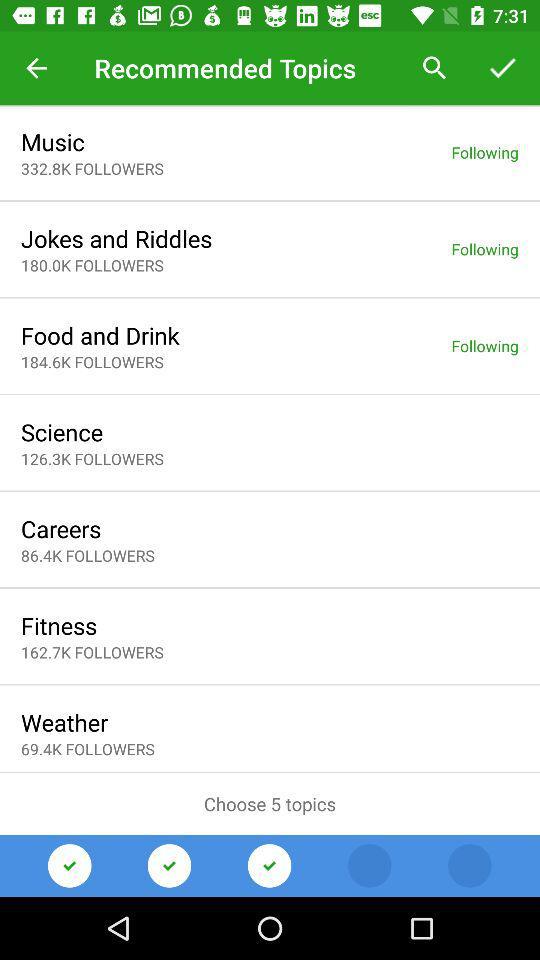 This screenshot has width=540, height=960. Describe the element at coordinates (36, 68) in the screenshot. I see `app next to recommended topics icon` at that location.